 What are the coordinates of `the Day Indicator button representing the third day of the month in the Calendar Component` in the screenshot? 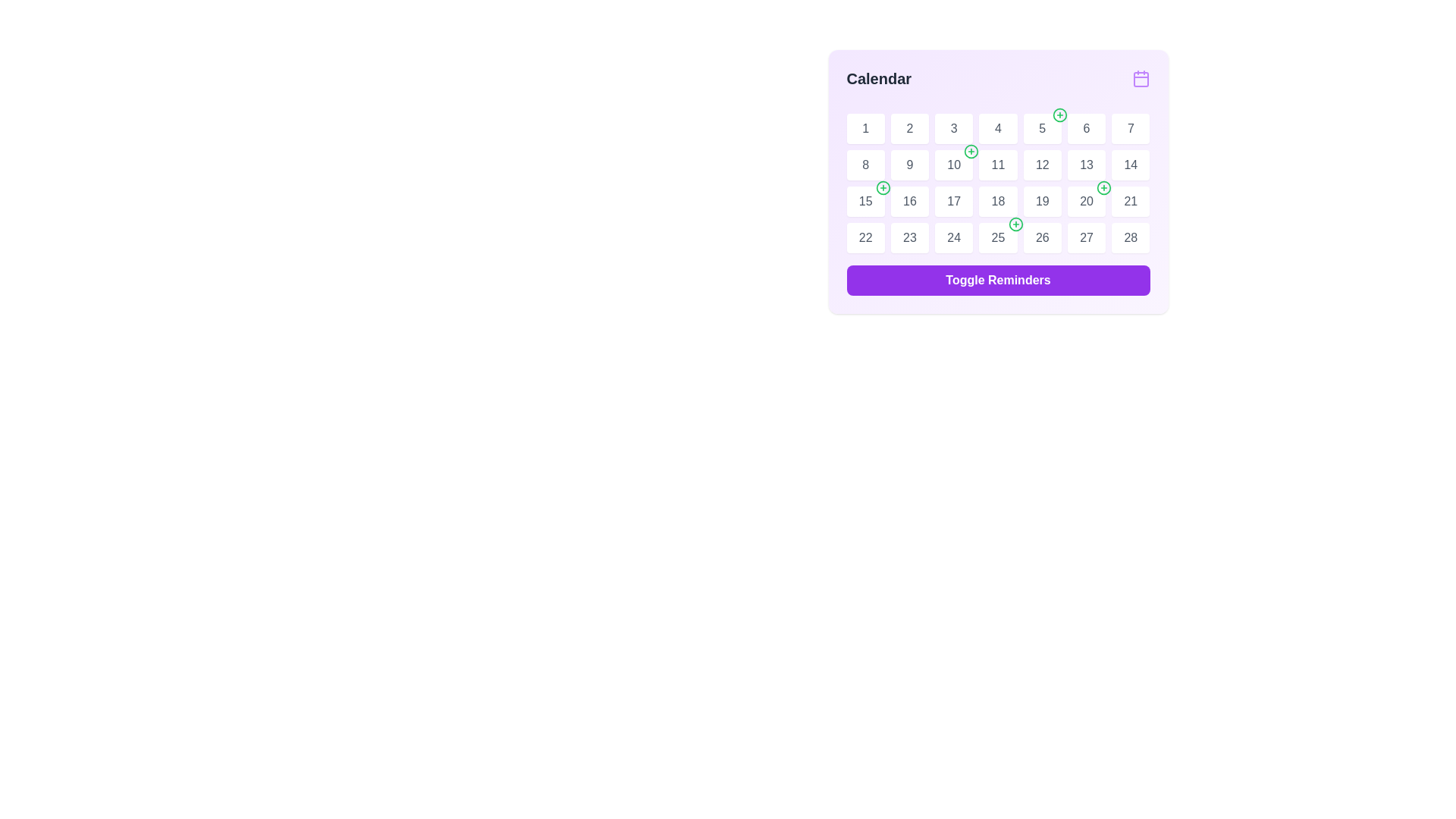 It's located at (953, 127).